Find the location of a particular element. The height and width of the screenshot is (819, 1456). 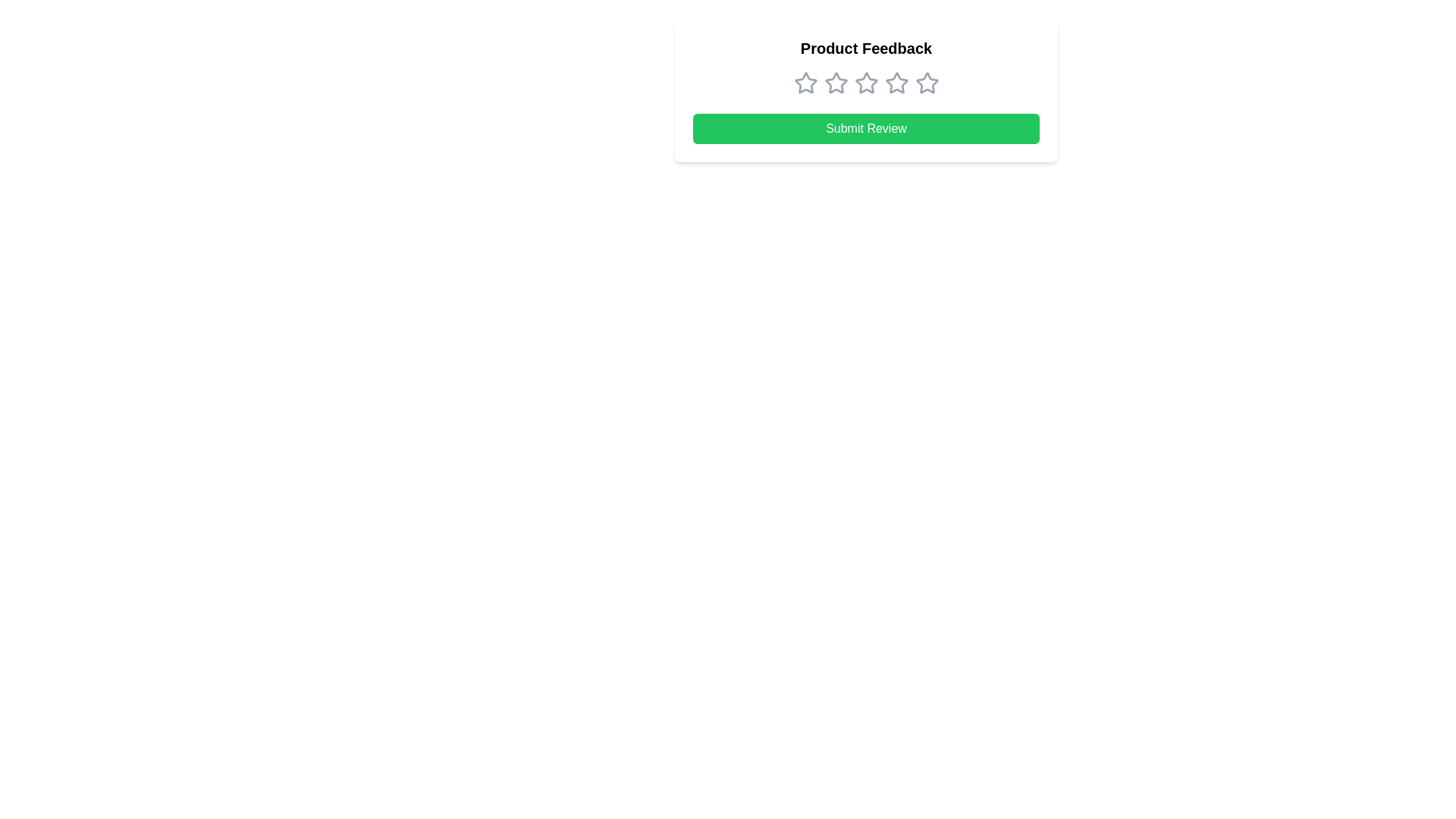

the star rating interface in the 'Product Feedback' section is located at coordinates (866, 90).